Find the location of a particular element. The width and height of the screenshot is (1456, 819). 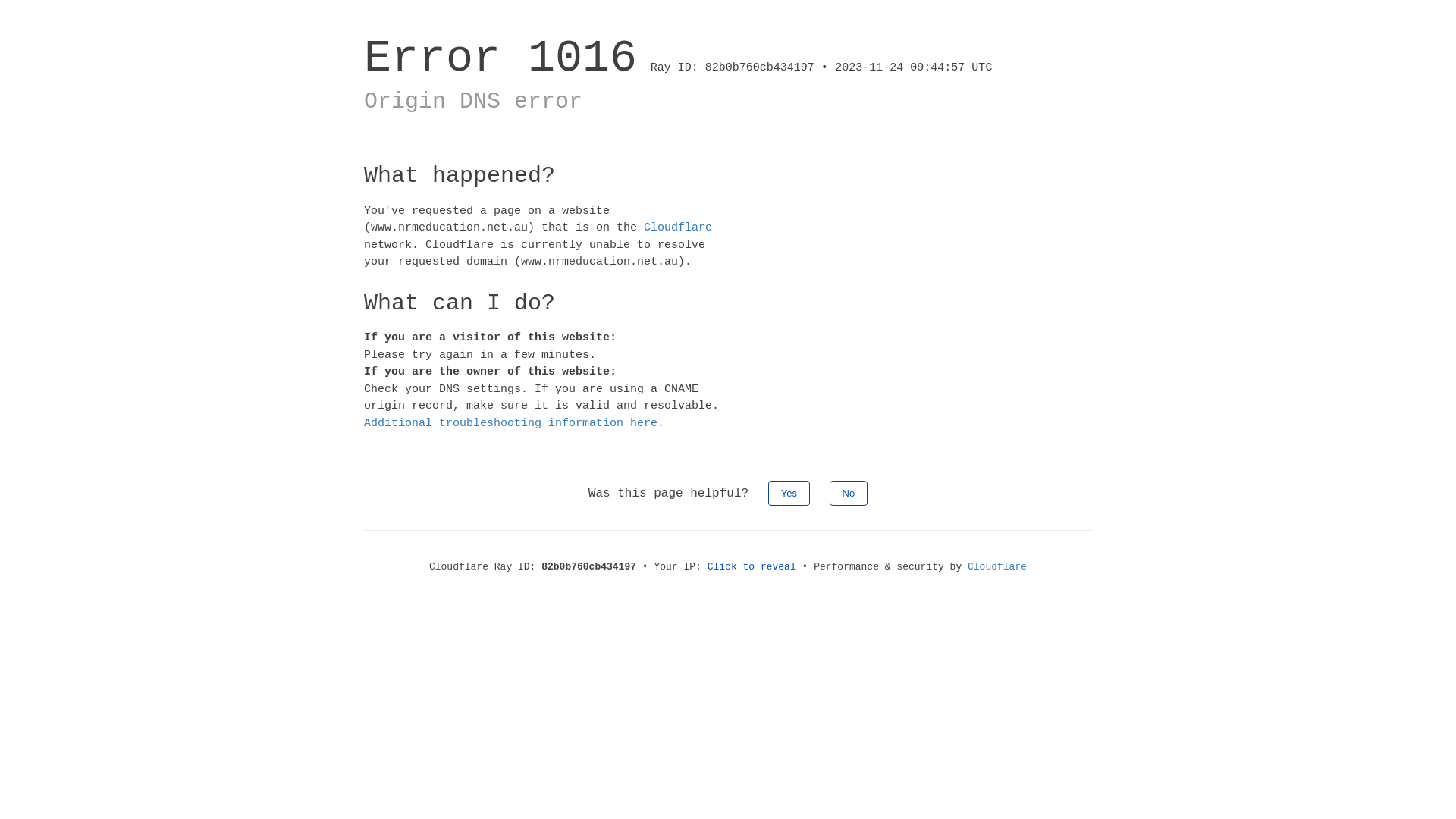

'Click to reveal' is located at coordinates (752, 566).